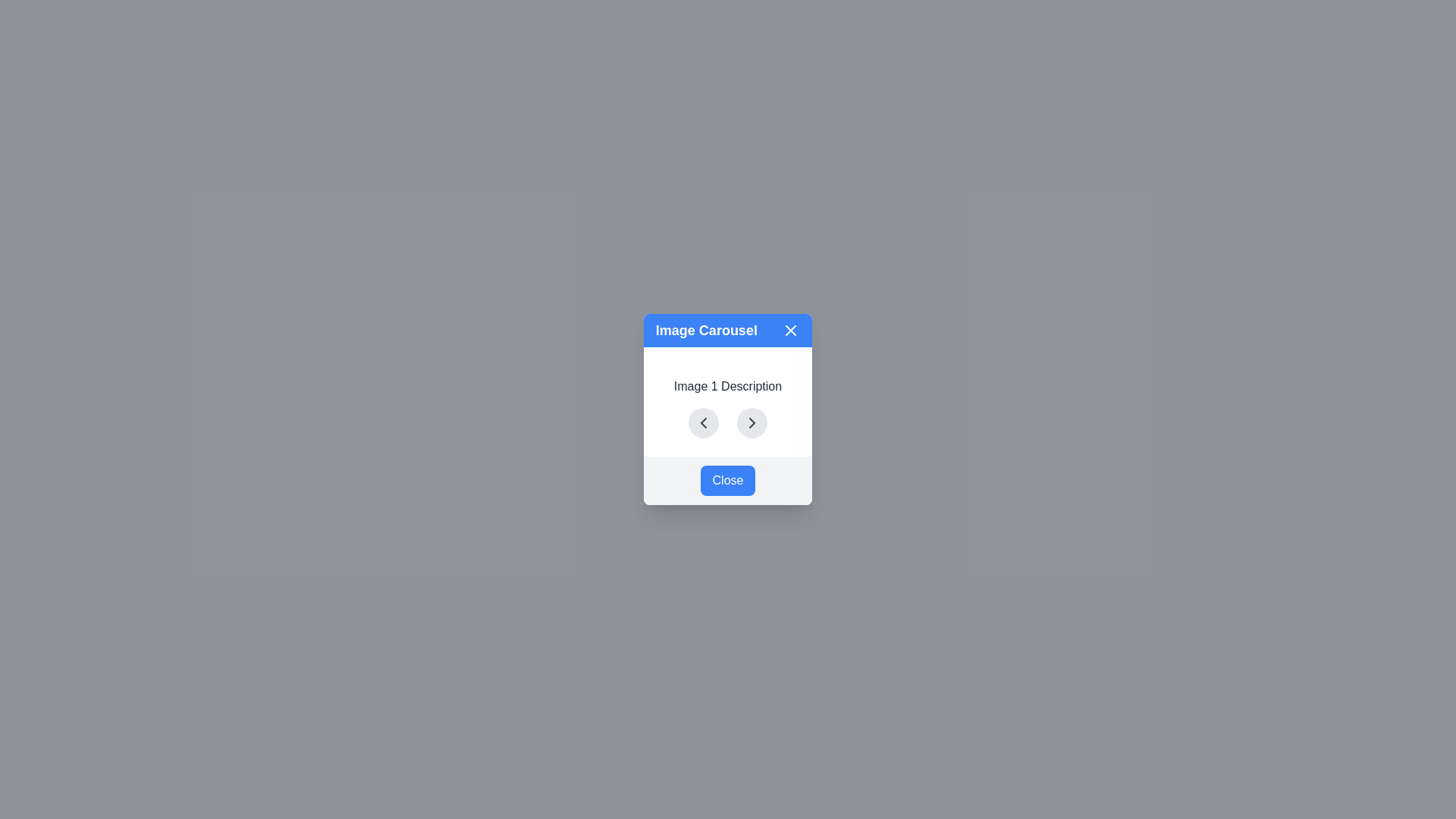  I want to click on the 'close' button located at the bottom of the modal dialog box for keyboard interaction, so click(728, 480).